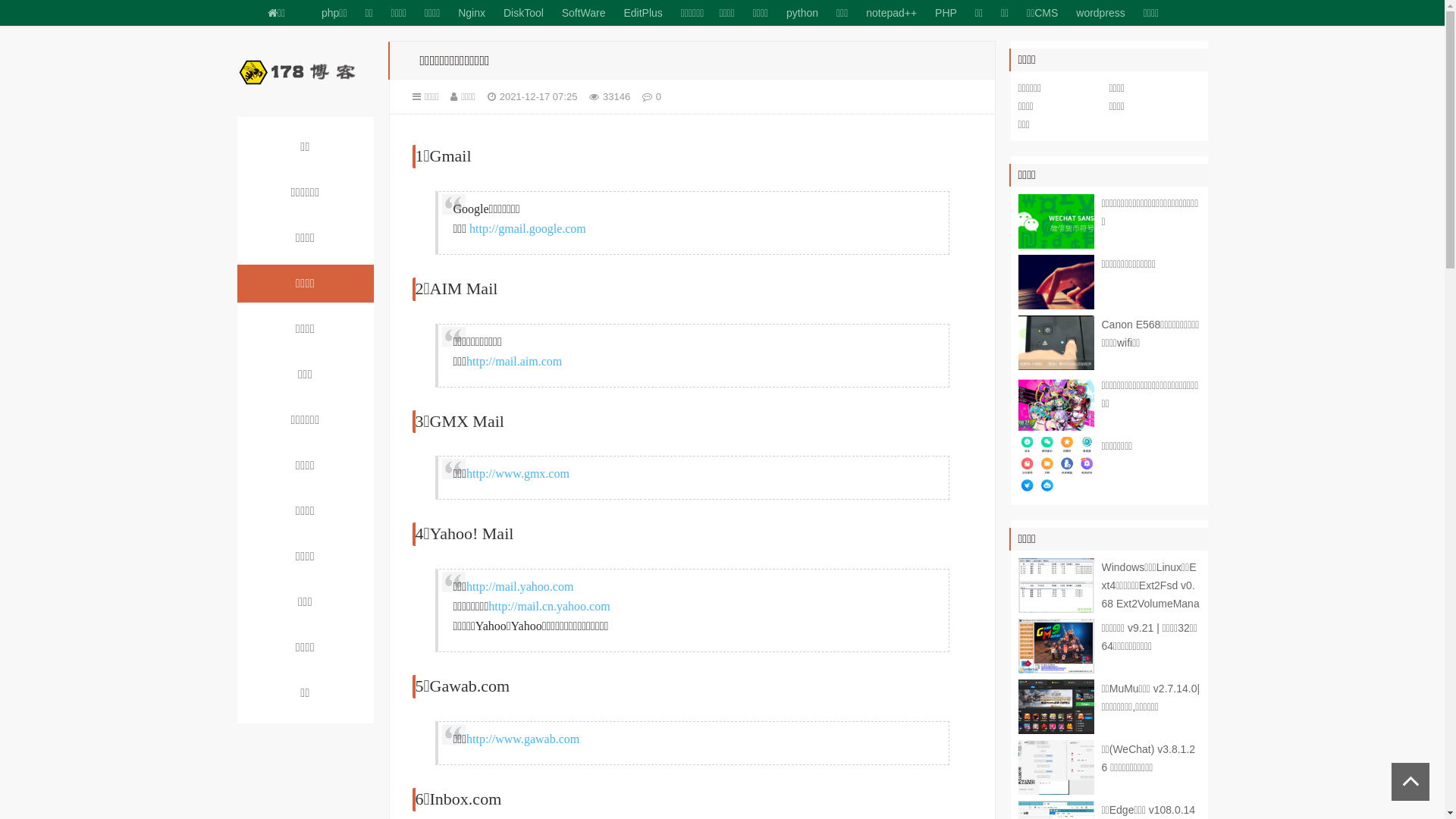 The width and height of the screenshot is (1456, 819). What do you see at coordinates (517, 472) in the screenshot?
I see `'http://www.gmx.com'` at bounding box center [517, 472].